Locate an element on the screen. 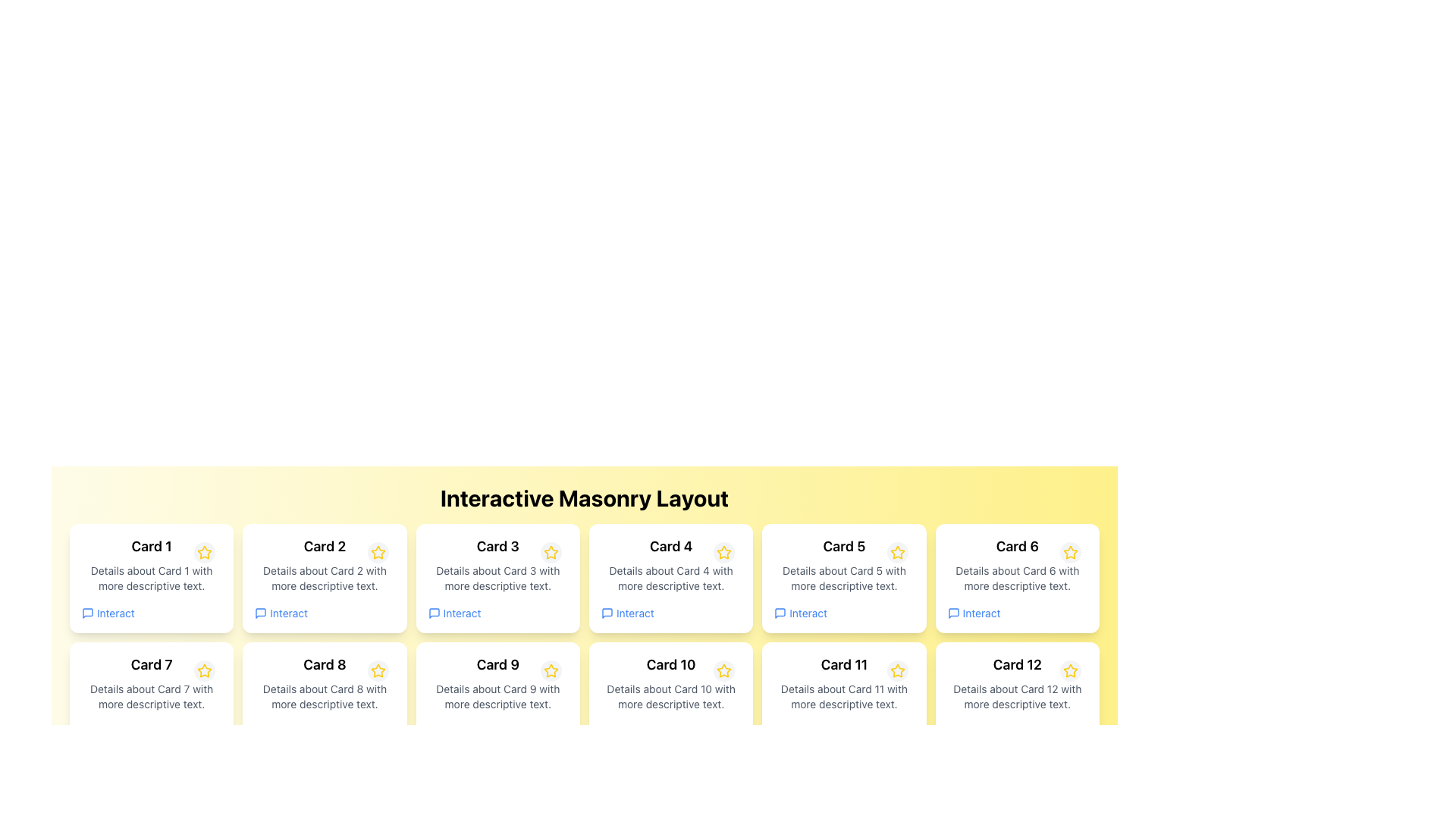 The height and width of the screenshot is (819, 1456). the star icon in the top-right corner of 'Card 12' is located at coordinates (1069, 670).